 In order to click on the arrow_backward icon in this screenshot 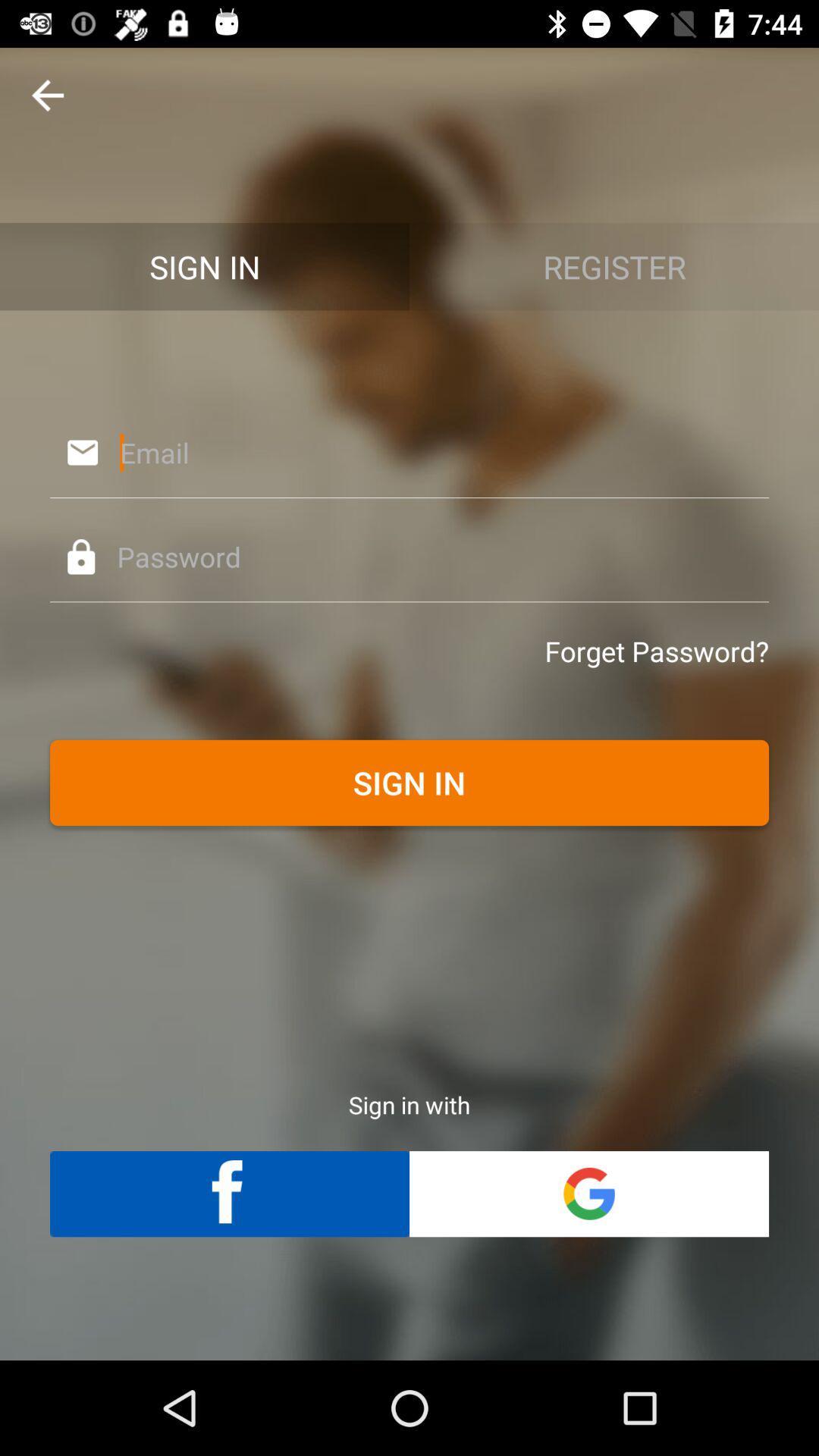, I will do `click(46, 94)`.